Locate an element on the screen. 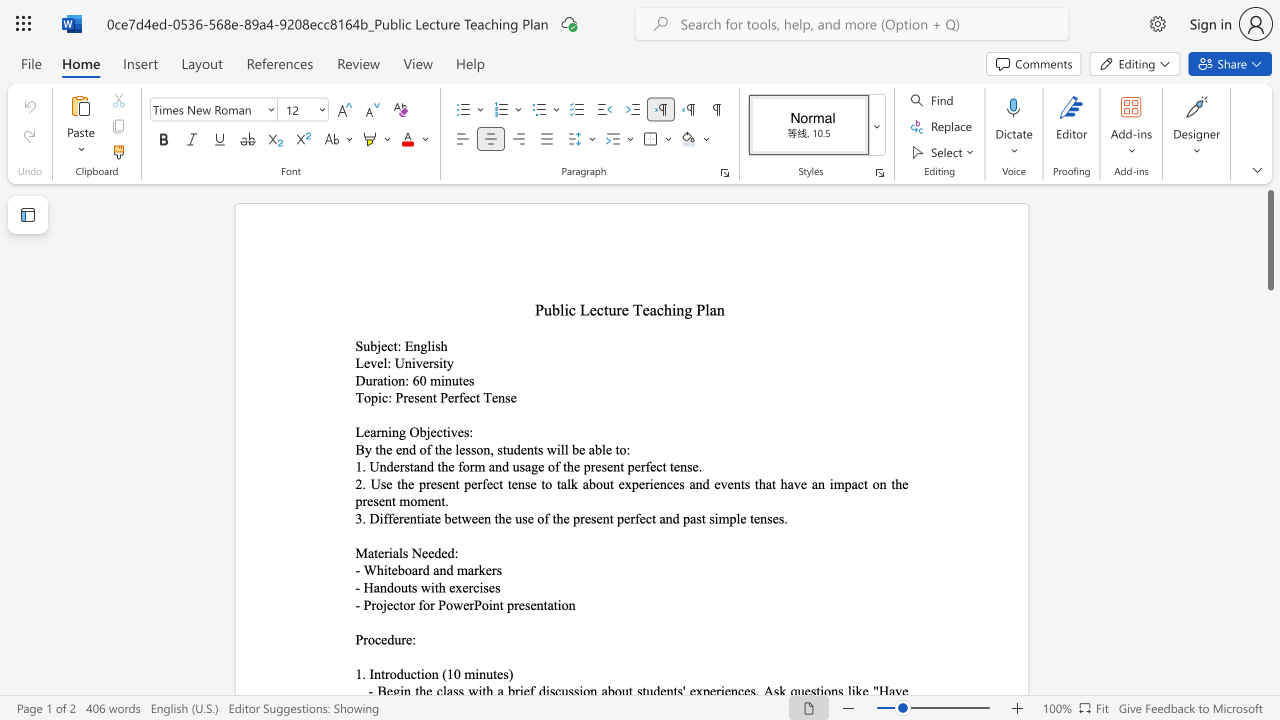  the subset text "Objectives" within the text "Learning Objectives:" is located at coordinates (408, 431).